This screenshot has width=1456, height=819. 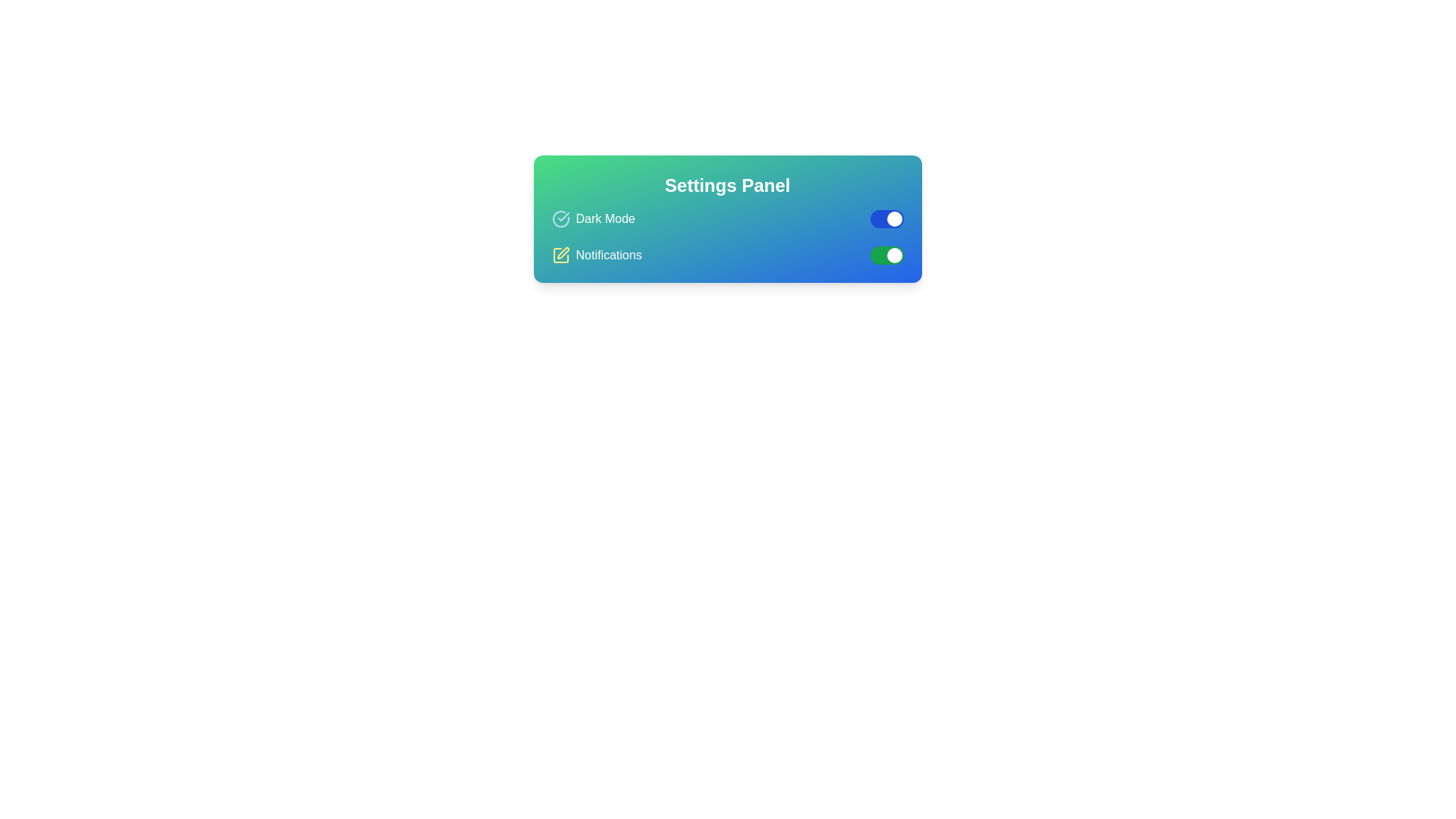 I want to click on the circular light blue checkmark icon located to the left of the 'Dark Mode' text in the upper settings panel, so click(x=560, y=219).